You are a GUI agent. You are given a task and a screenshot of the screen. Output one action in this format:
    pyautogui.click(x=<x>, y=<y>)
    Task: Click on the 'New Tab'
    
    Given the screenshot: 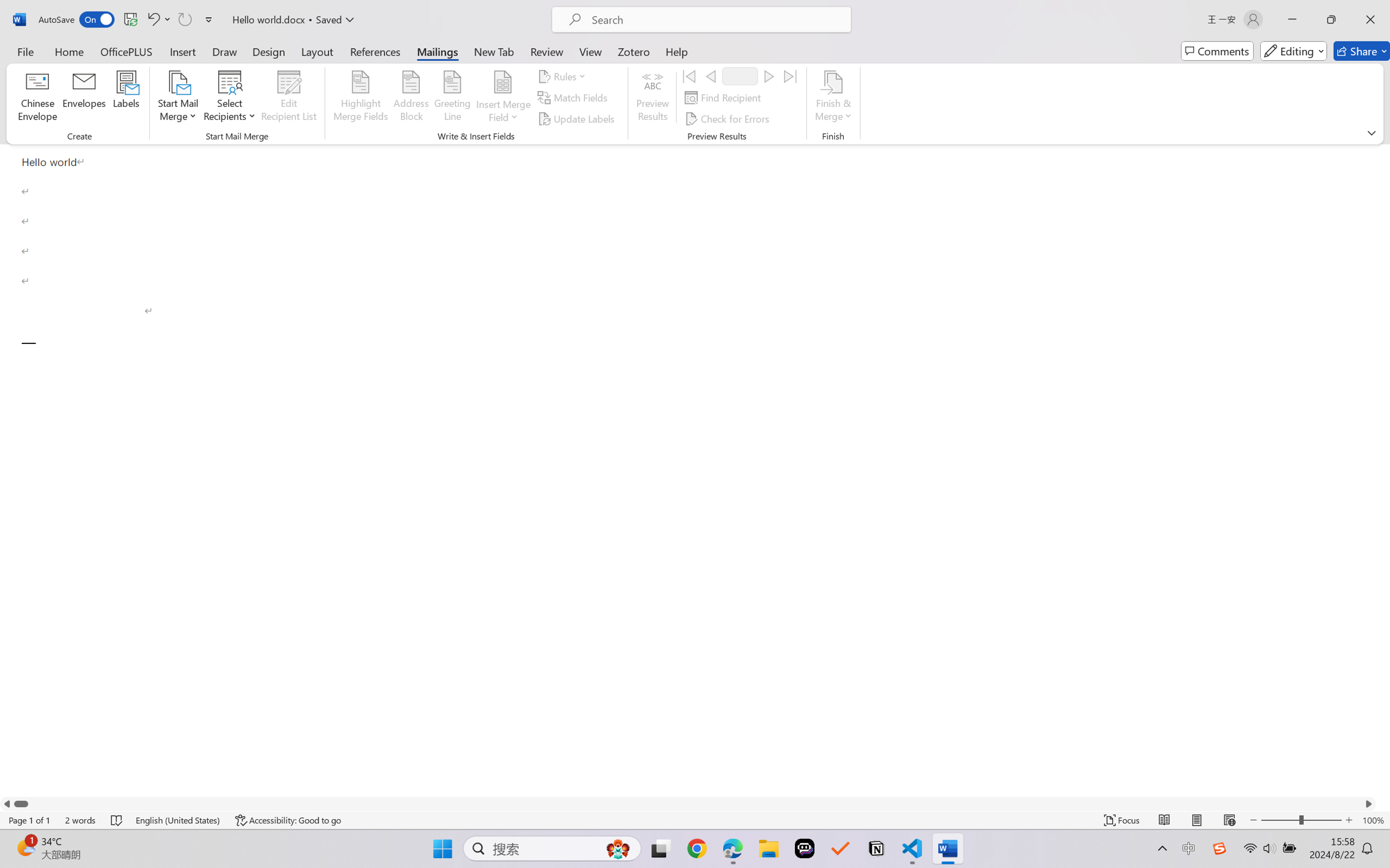 What is the action you would take?
    pyautogui.click(x=493, y=51)
    